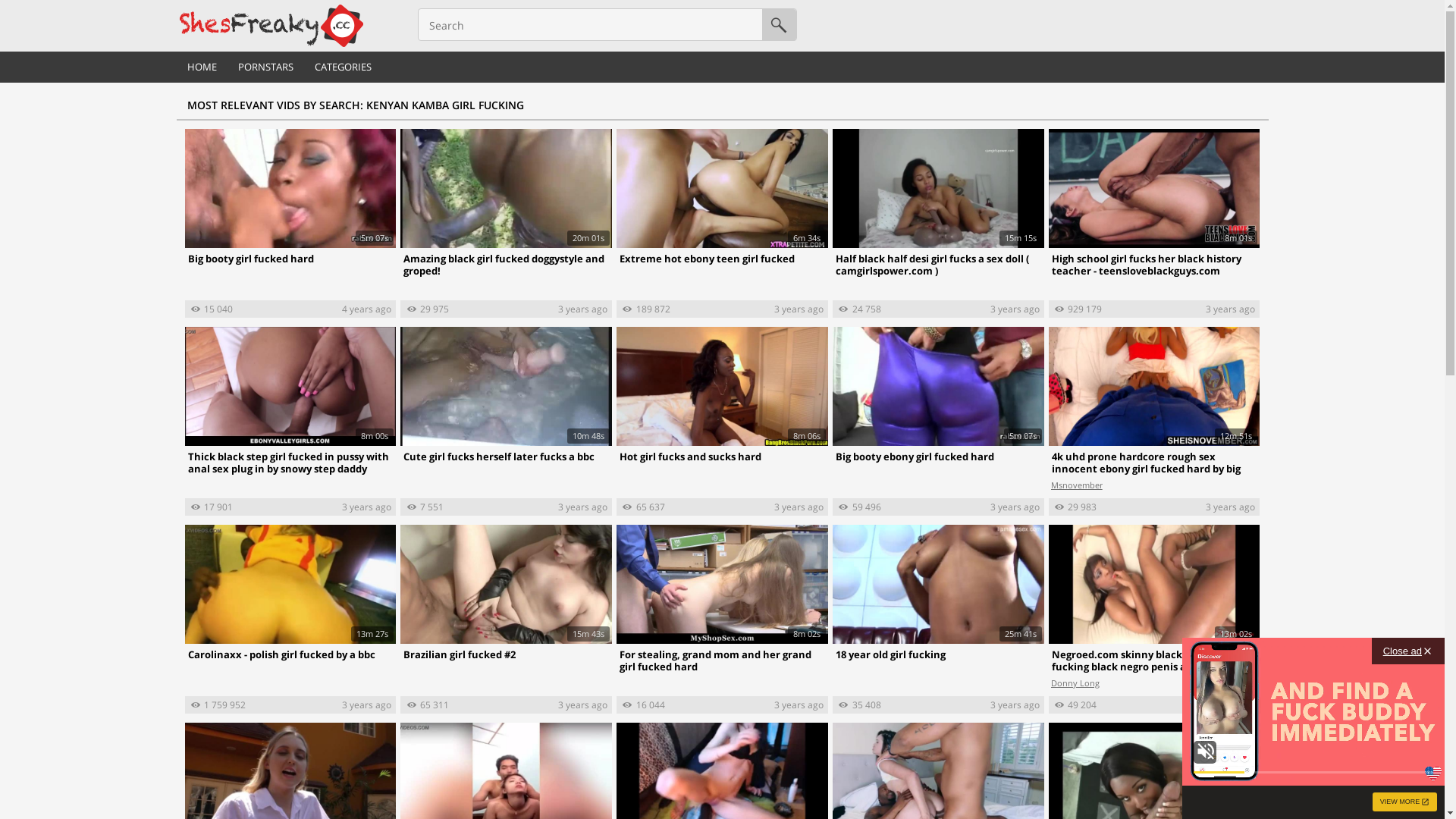 This screenshot has height=819, width=1456. I want to click on 'HOME', so click(200, 66).